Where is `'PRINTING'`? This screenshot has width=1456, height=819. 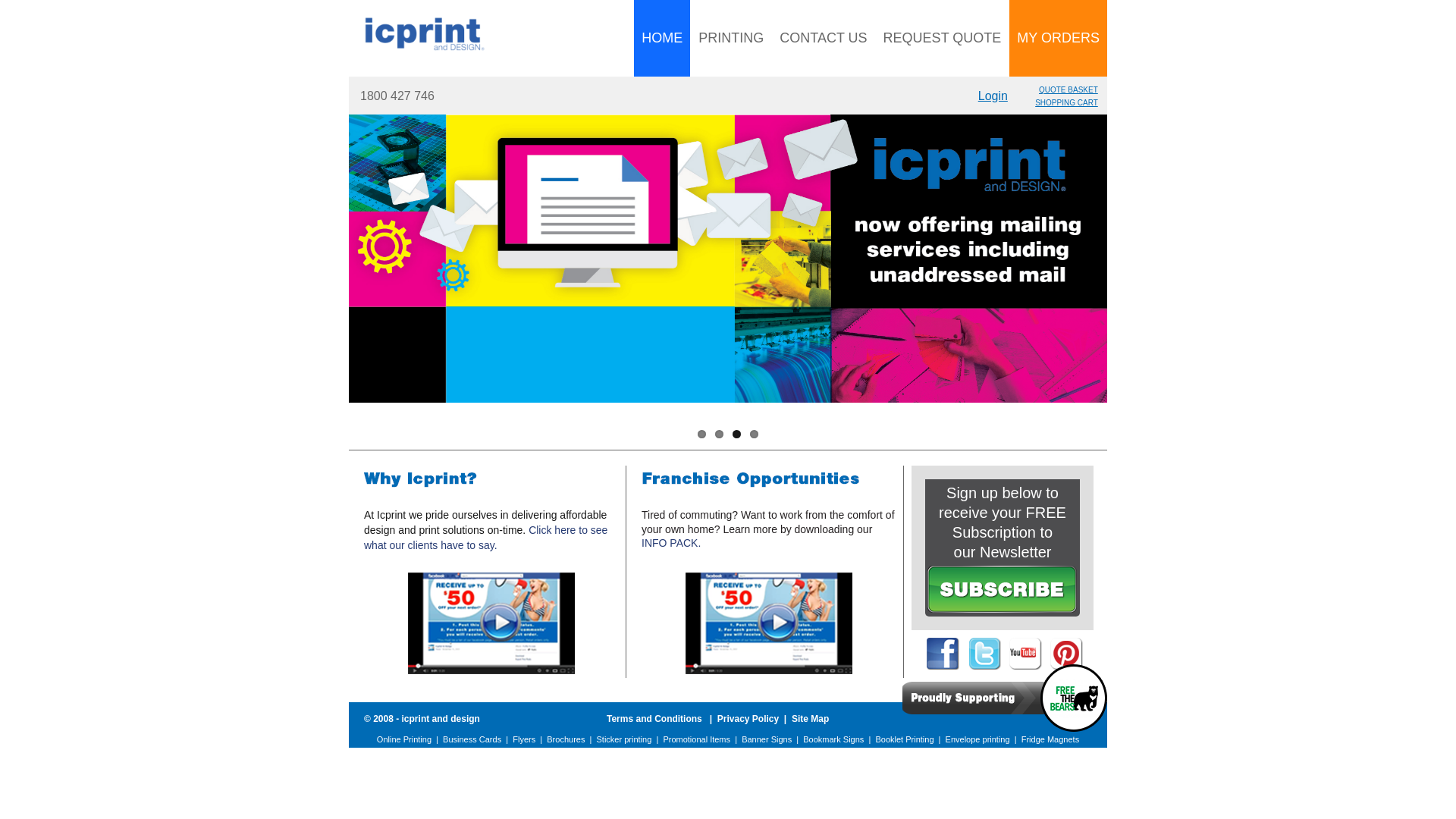 'PRINTING' is located at coordinates (690, 37).